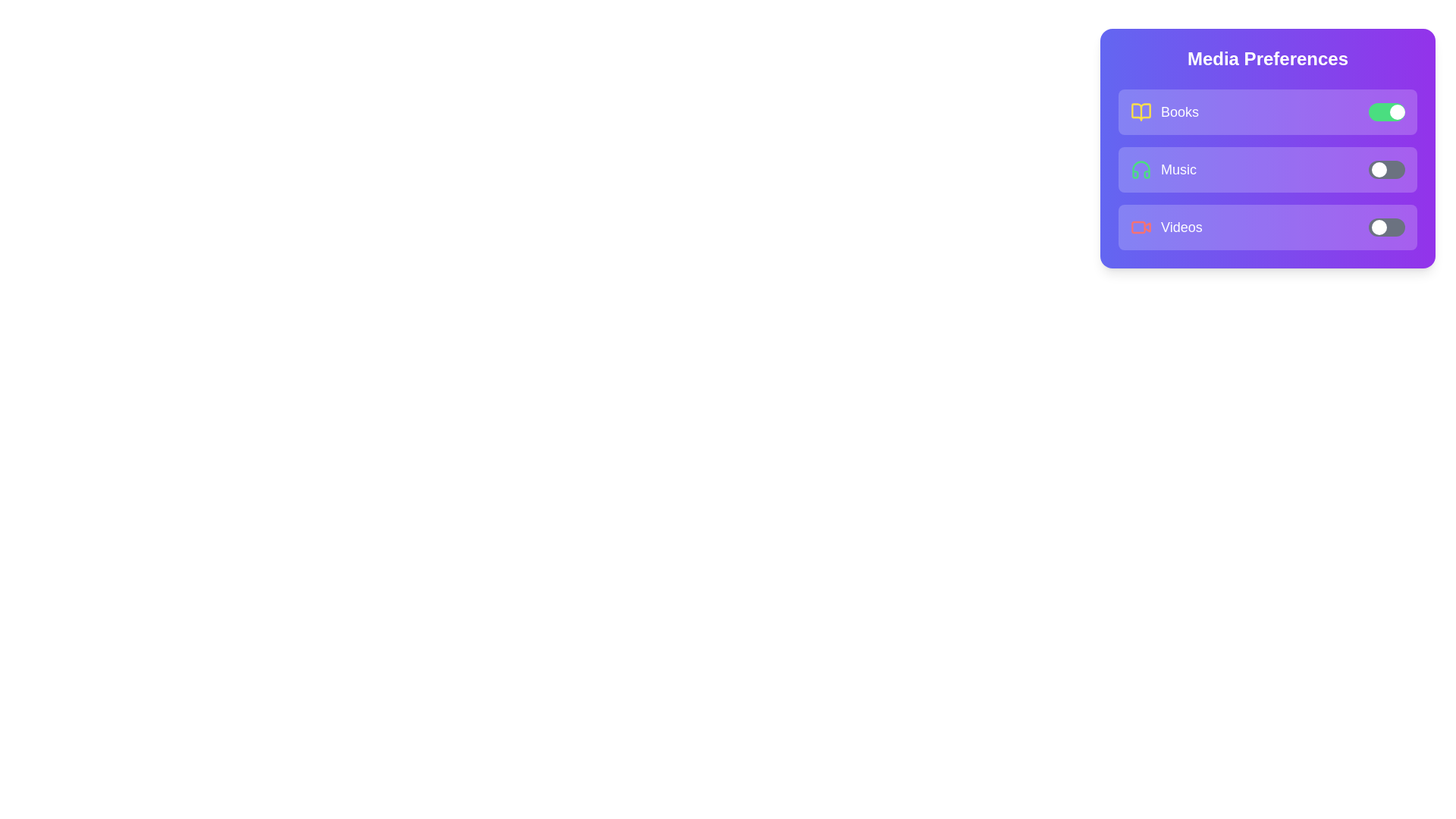  What do you see at coordinates (1141, 169) in the screenshot?
I see `the Decorative Icon resembling a pair of headphones with a green outline located in the 'Music' preference section, positioned to the left of the text 'Music'` at bounding box center [1141, 169].